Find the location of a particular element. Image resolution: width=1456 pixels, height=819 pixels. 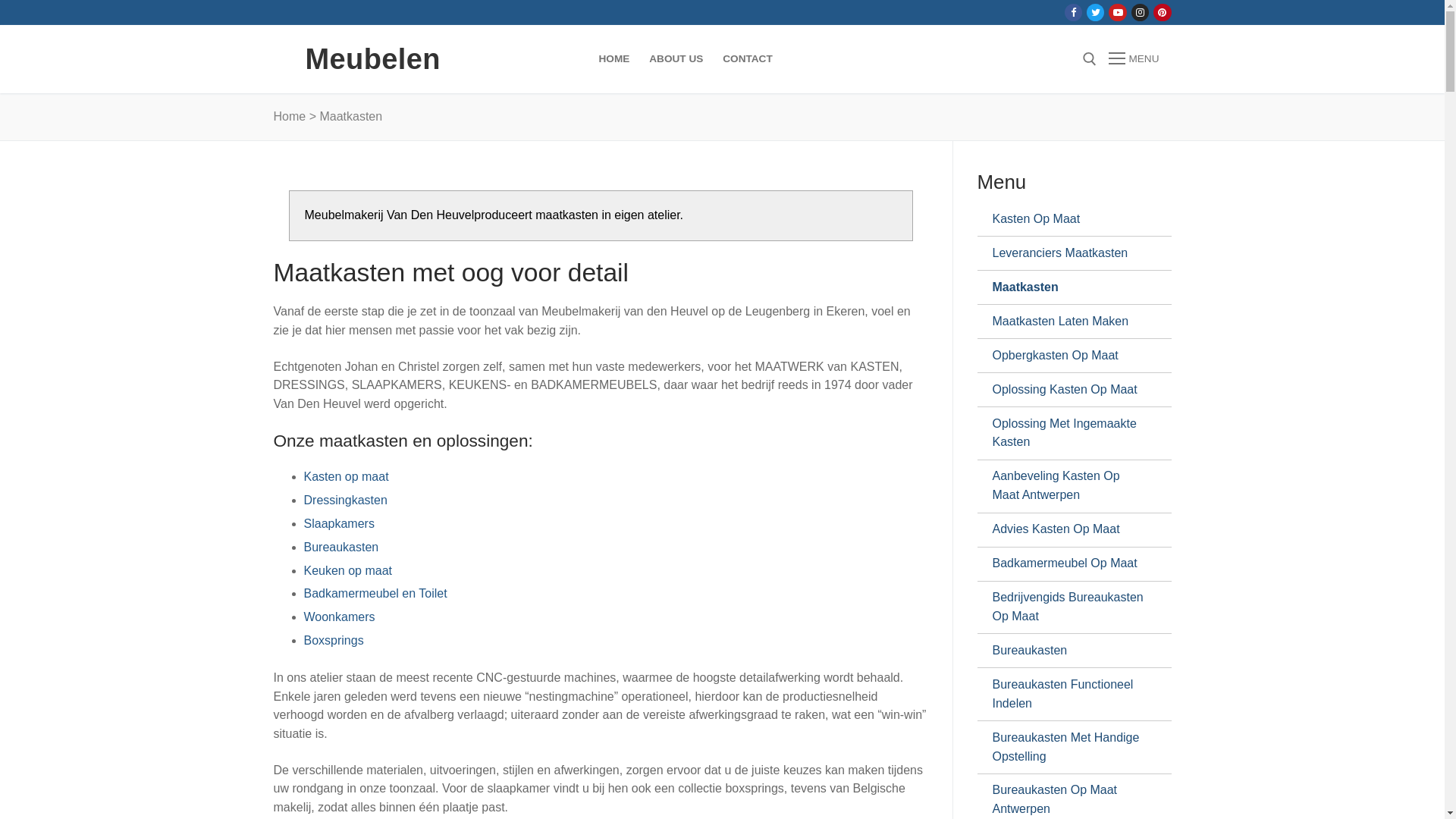

'HOME' is located at coordinates (588, 58).